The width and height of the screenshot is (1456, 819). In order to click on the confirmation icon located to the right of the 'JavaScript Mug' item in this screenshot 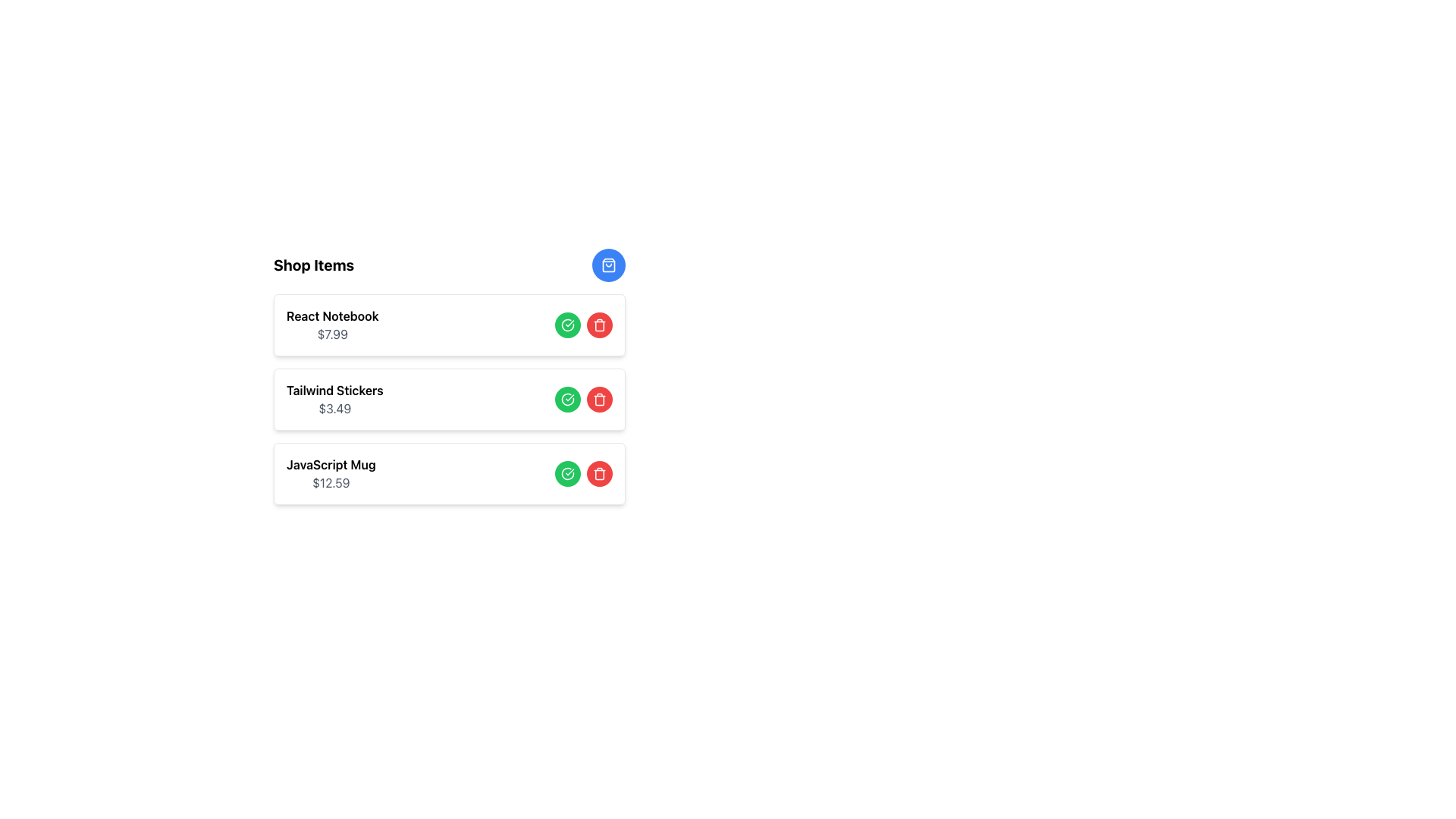, I will do `click(566, 472)`.